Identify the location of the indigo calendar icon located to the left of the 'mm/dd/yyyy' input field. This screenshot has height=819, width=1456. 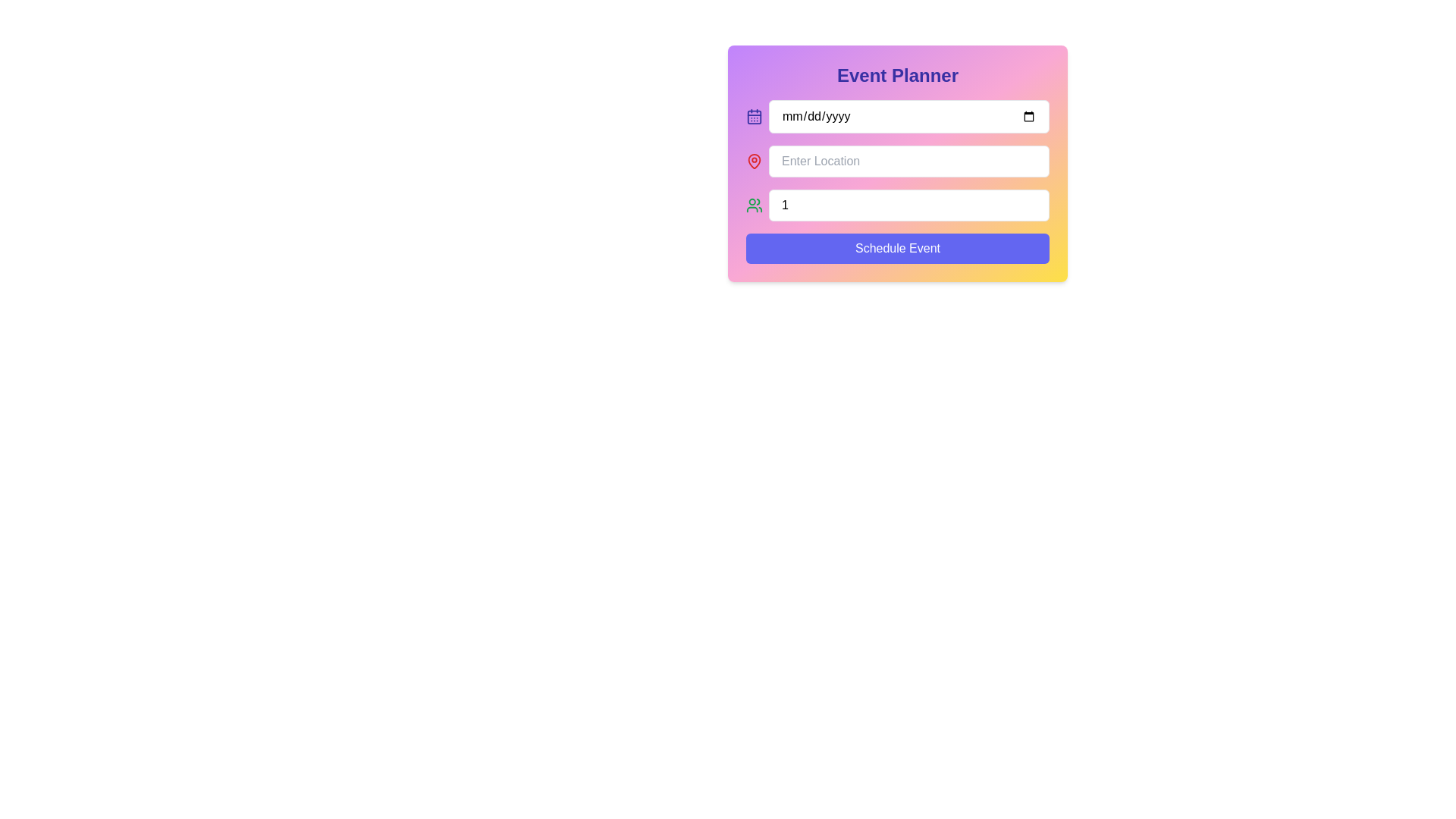
(754, 116).